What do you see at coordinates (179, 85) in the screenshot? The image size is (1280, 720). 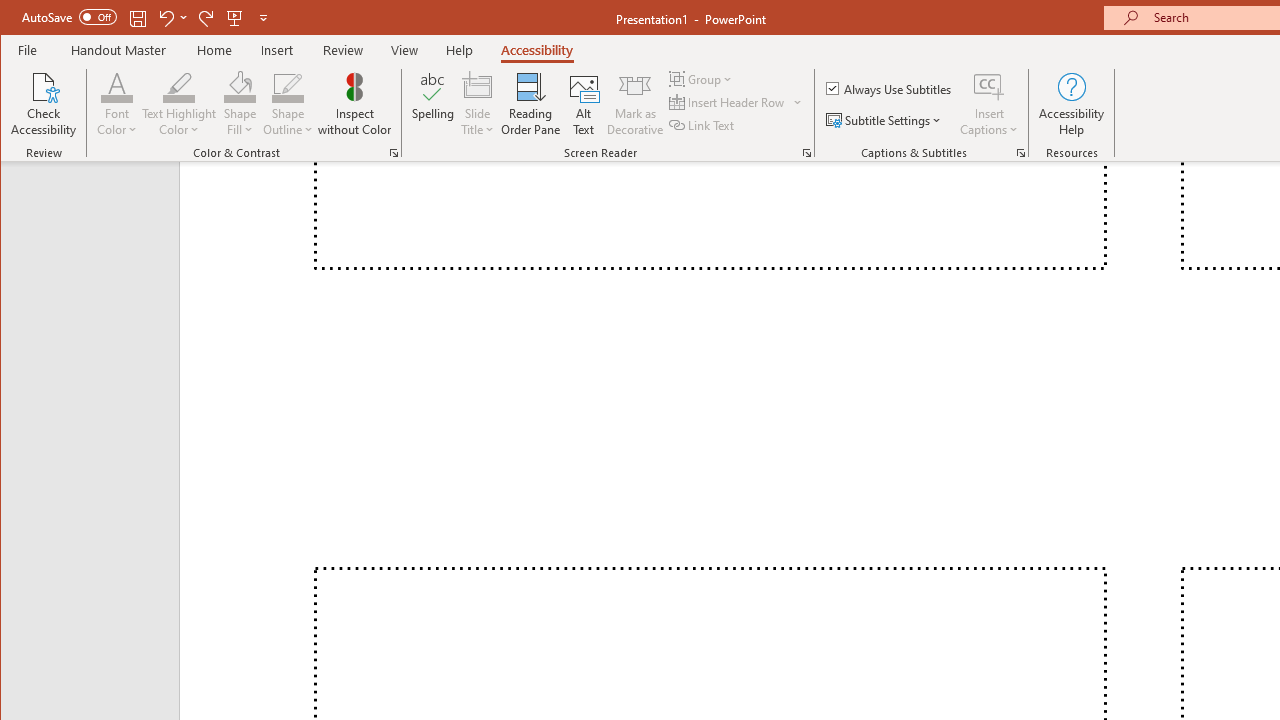 I see `'Text Highlight Color'` at bounding box center [179, 85].